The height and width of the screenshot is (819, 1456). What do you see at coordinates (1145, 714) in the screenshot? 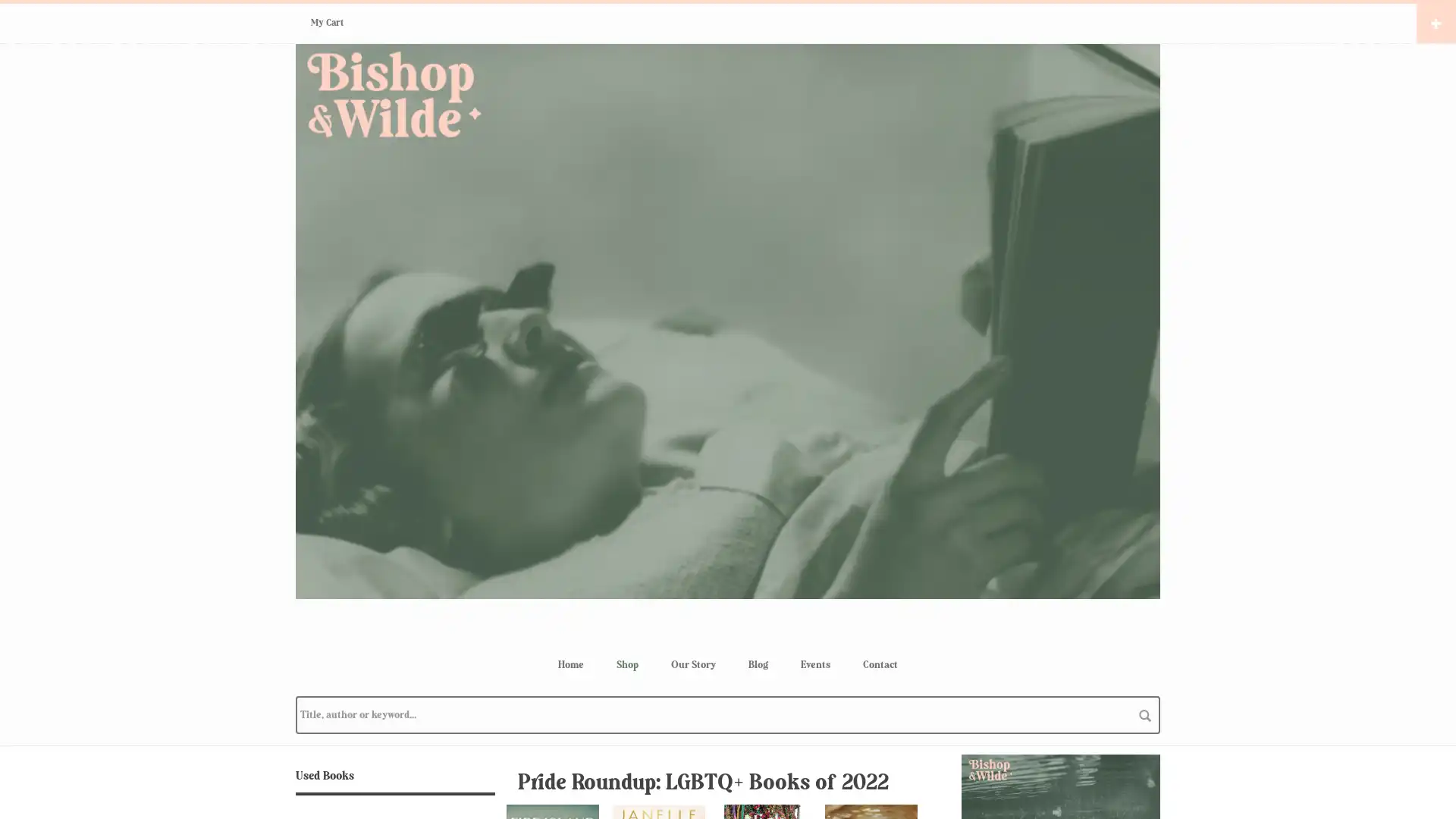
I see `search` at bounding box center [1145, 714].